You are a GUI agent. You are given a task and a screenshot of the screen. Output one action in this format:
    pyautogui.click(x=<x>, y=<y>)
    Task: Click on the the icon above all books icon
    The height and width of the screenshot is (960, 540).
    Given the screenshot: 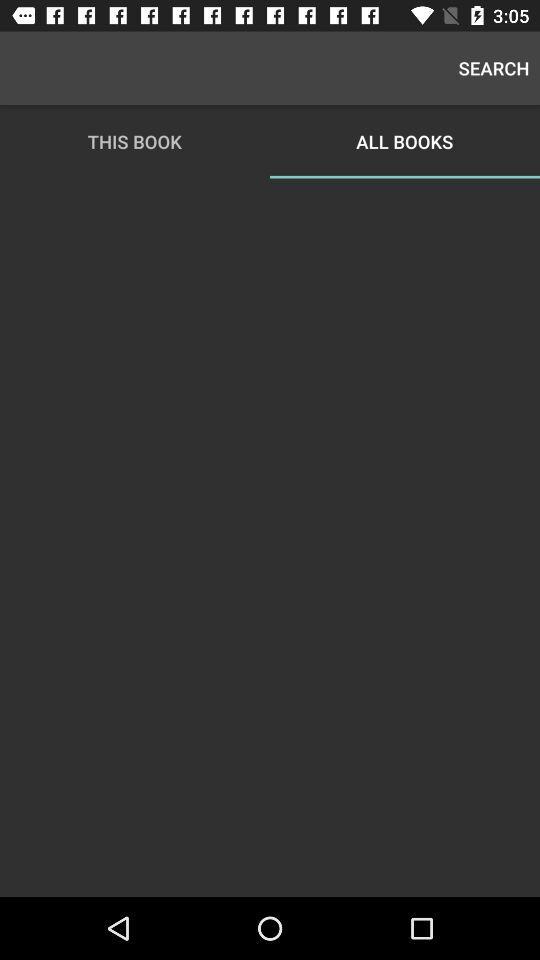 What is the action you would take?
    pyautogui.click(x=493, y=68)
    